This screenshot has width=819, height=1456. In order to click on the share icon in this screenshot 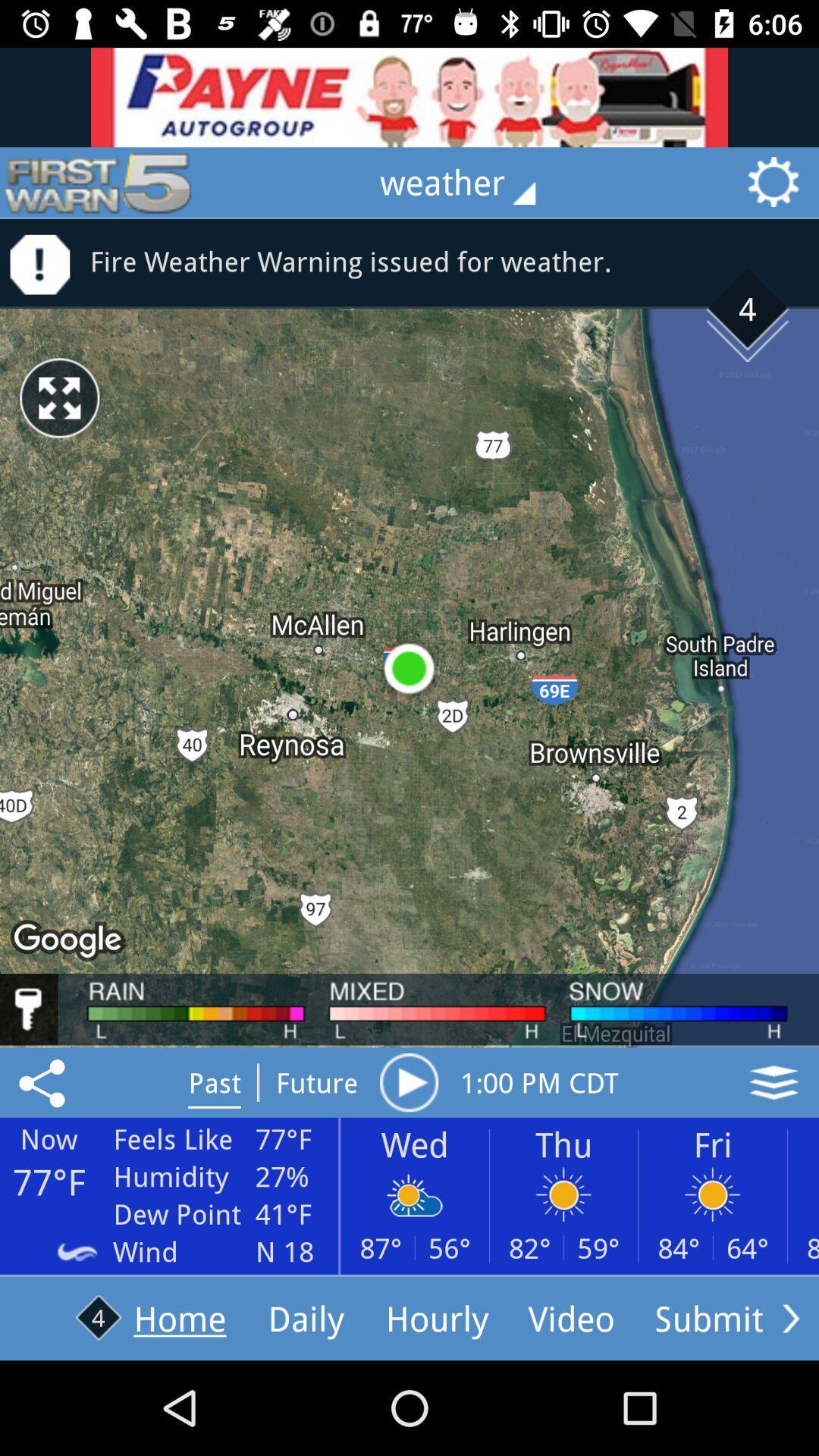, I will do `click(44, 1081)`.